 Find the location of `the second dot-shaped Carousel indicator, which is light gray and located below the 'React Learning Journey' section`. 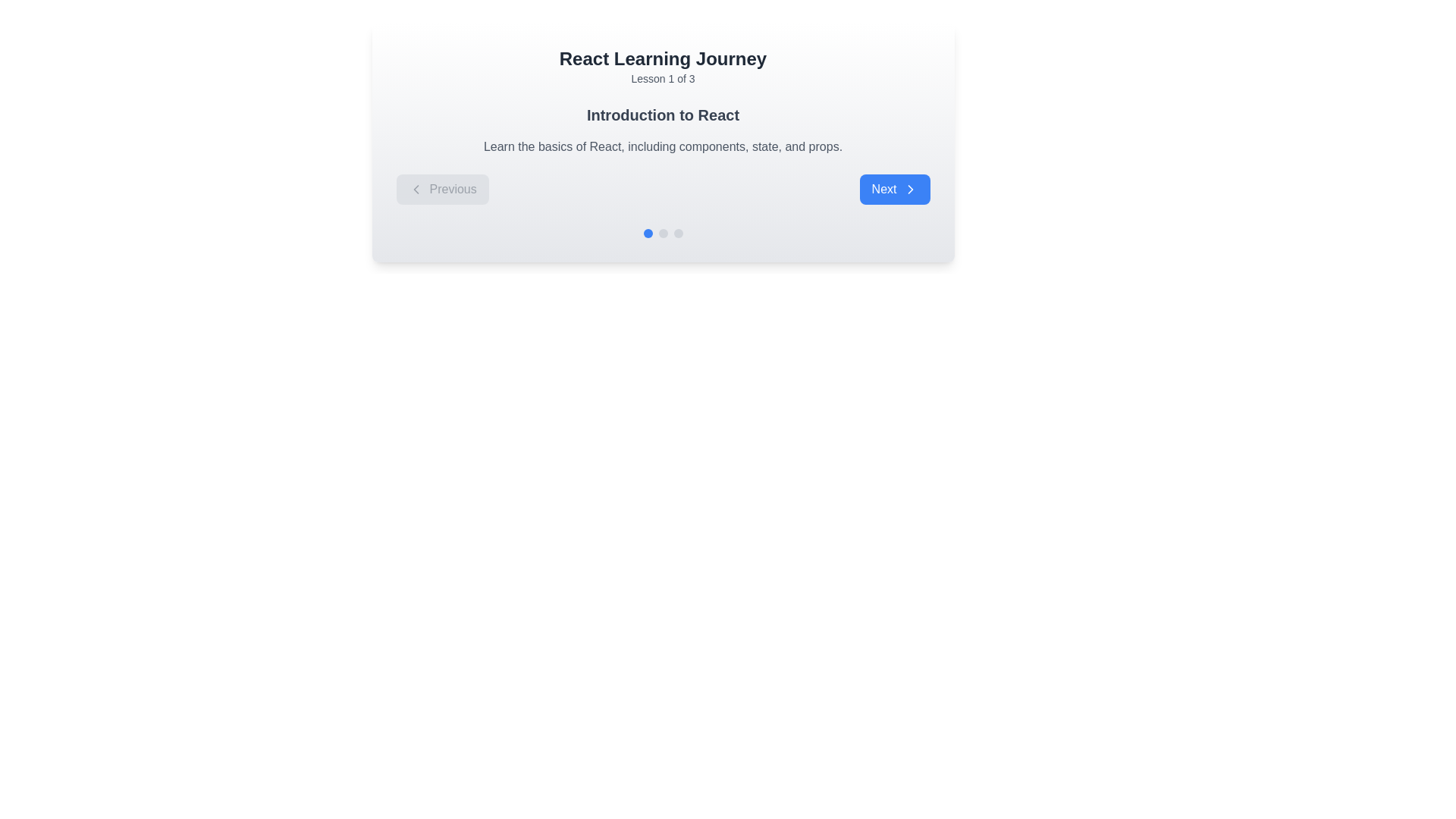

the second dot-shaped Carousel indicator, which is light gray and located below the 'React Learning Journey' section is located at coordinates (663, 234).